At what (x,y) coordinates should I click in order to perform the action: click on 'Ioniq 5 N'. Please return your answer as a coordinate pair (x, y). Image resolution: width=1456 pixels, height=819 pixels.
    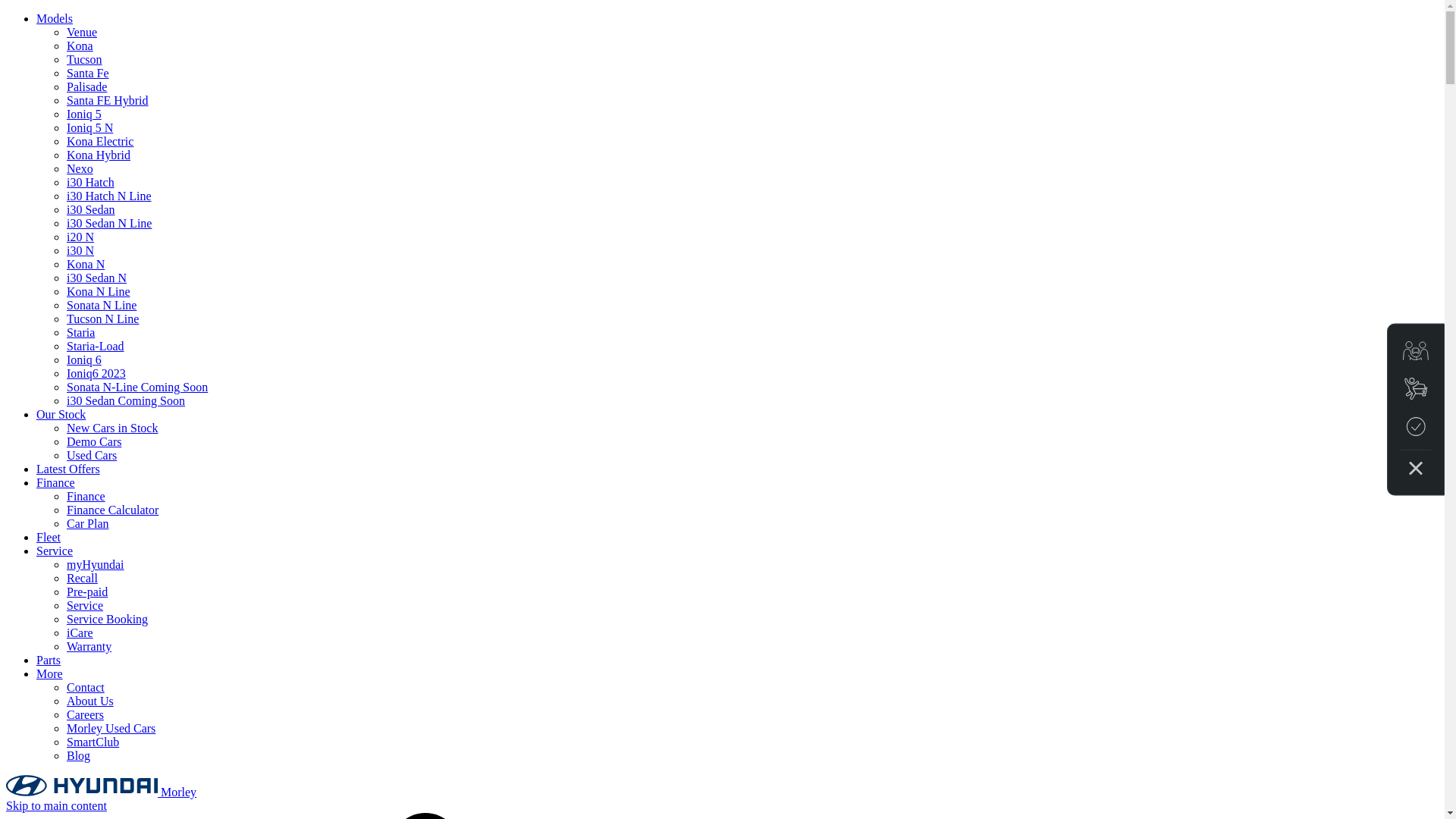
    Looking at the image, I should click on (89, 127).